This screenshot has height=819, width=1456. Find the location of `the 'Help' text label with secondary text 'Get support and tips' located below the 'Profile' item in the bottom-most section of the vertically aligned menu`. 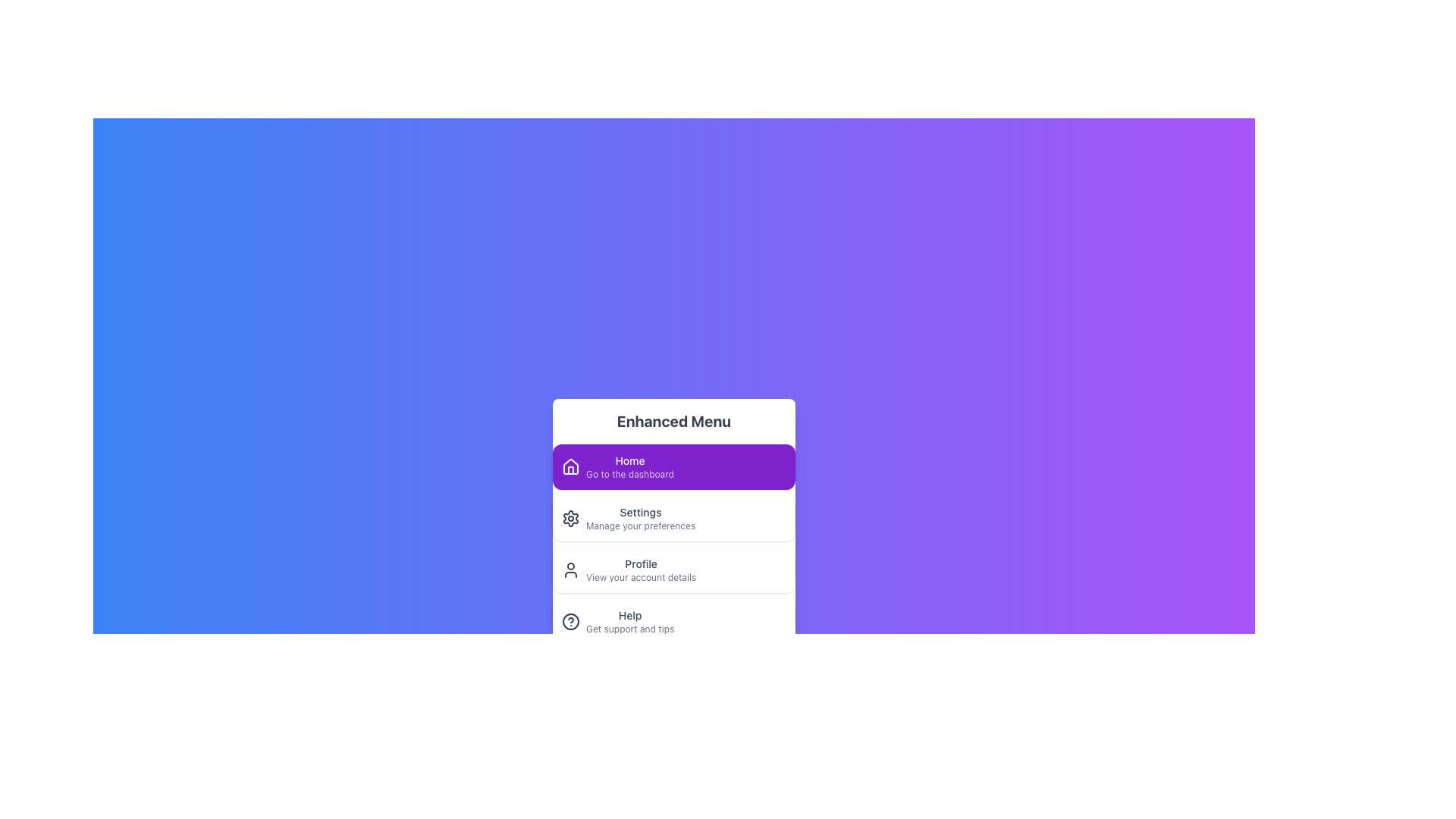

the 'Help' text label with secondary text 'Get support and tips' located below the 'Profile' item in the bottom-most section of the vertically aligned menu is located at coordinates (629, 622).